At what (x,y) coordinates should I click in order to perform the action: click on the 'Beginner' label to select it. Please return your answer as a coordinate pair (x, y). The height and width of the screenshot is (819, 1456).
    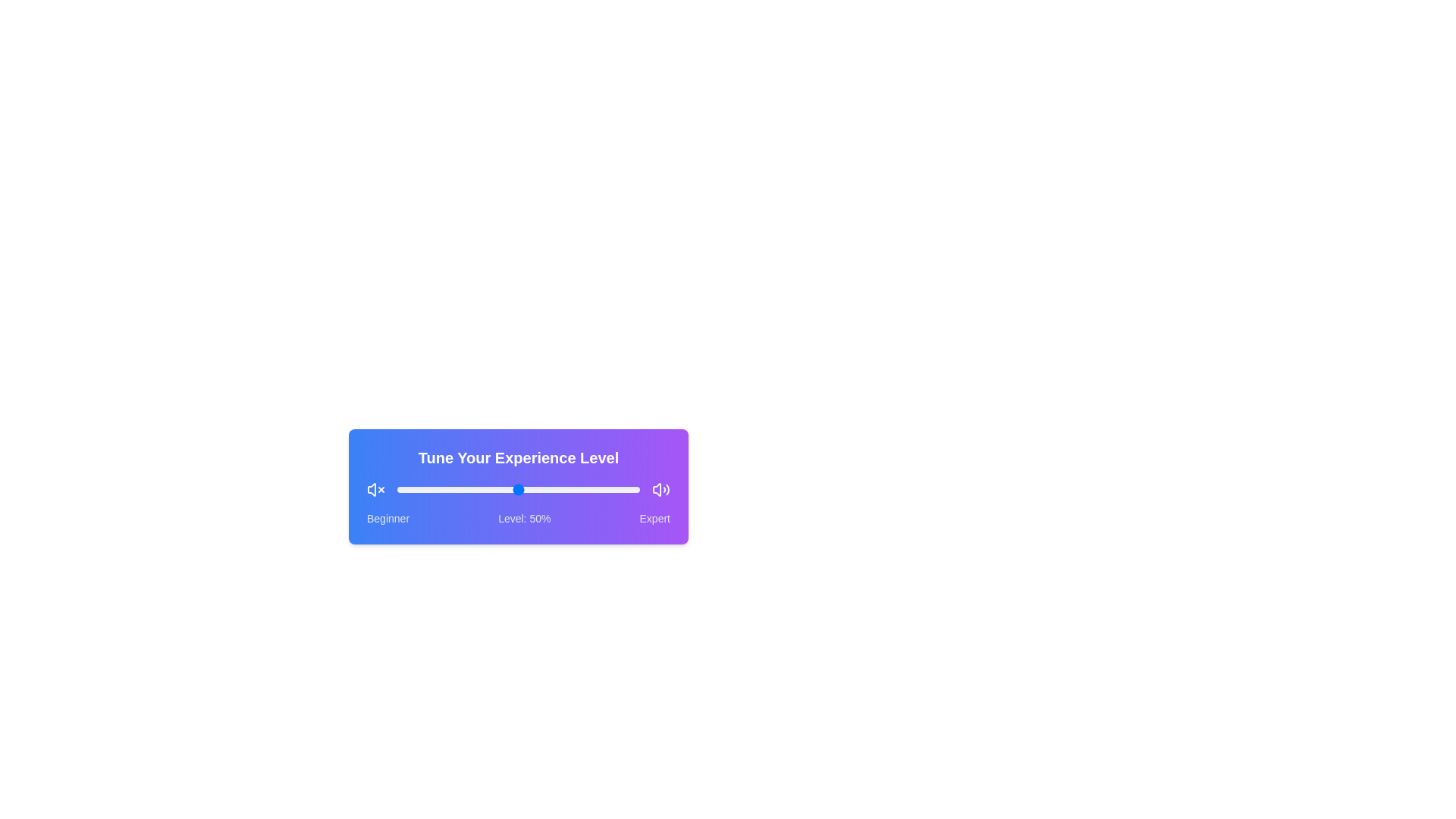
    Looking at the image, I should click on (388, 517).